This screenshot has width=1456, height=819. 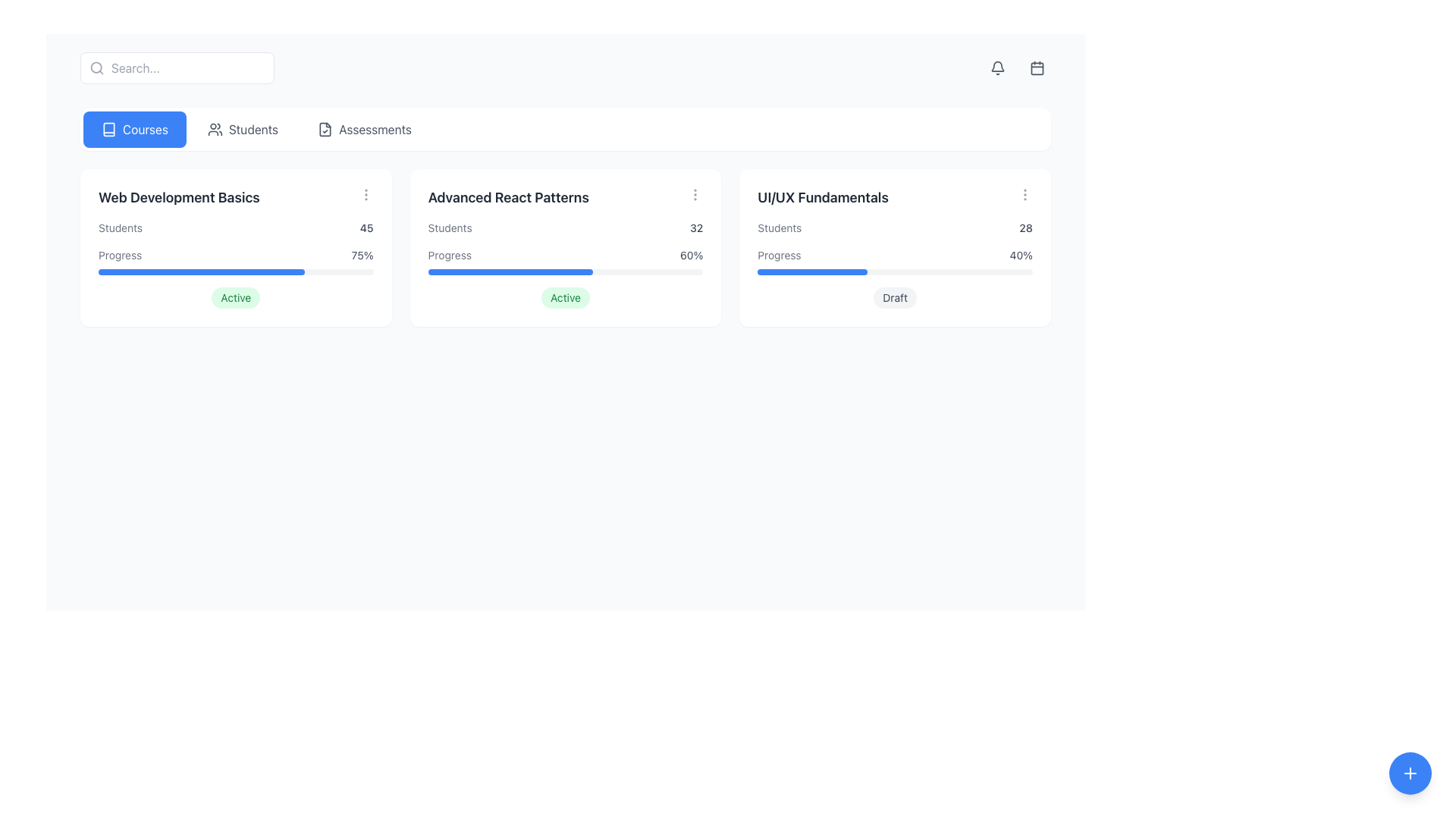 What do you see at coordinates (235, 298) in the screenshot?
I see `the status label indicating the current active state of the course 'Web Development Basics', located beneath the progress bar and centered horizontally within the card` at bounding box center [235, 298].